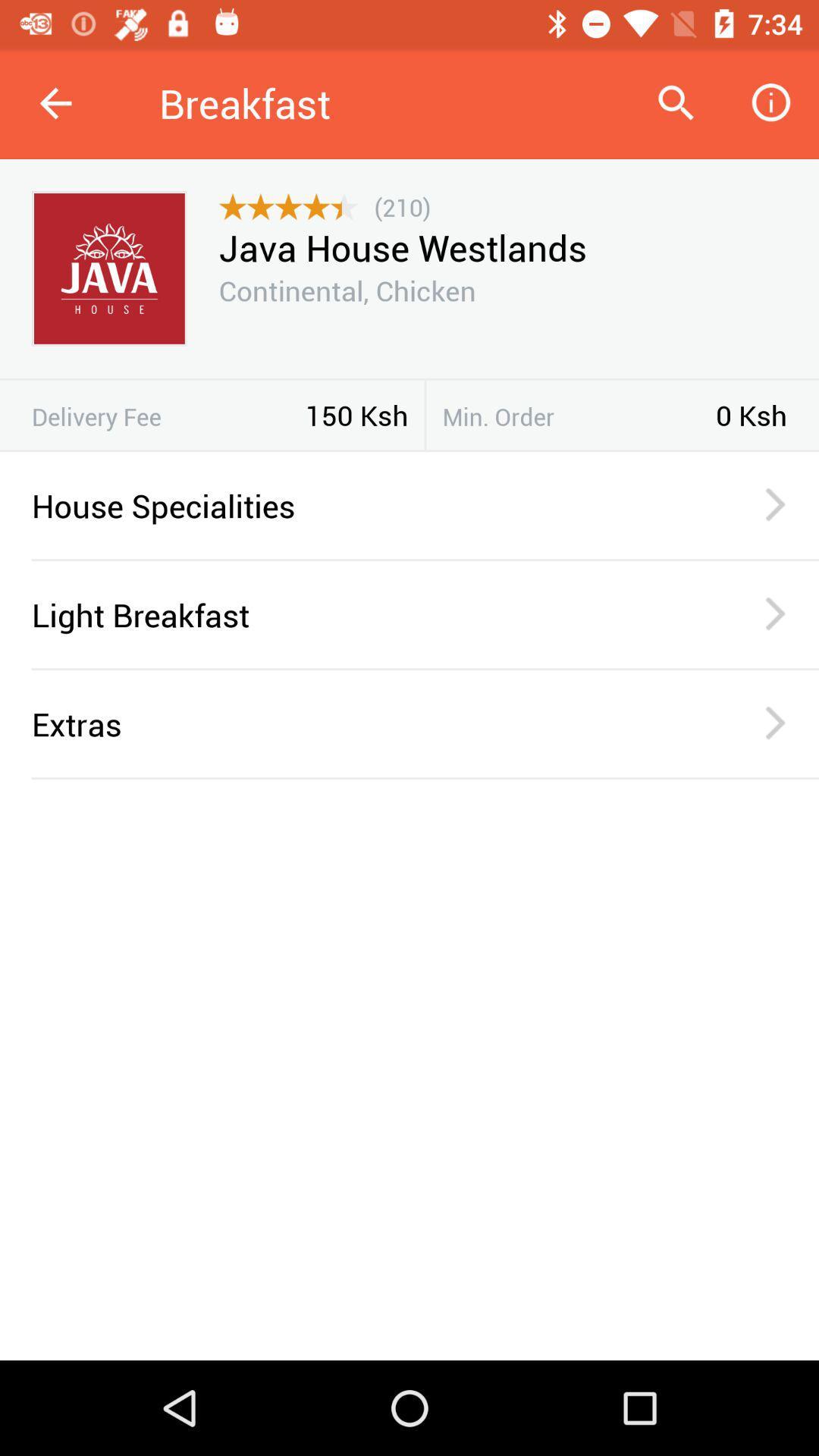  I want to click on the house specialities, so click(366, 505).